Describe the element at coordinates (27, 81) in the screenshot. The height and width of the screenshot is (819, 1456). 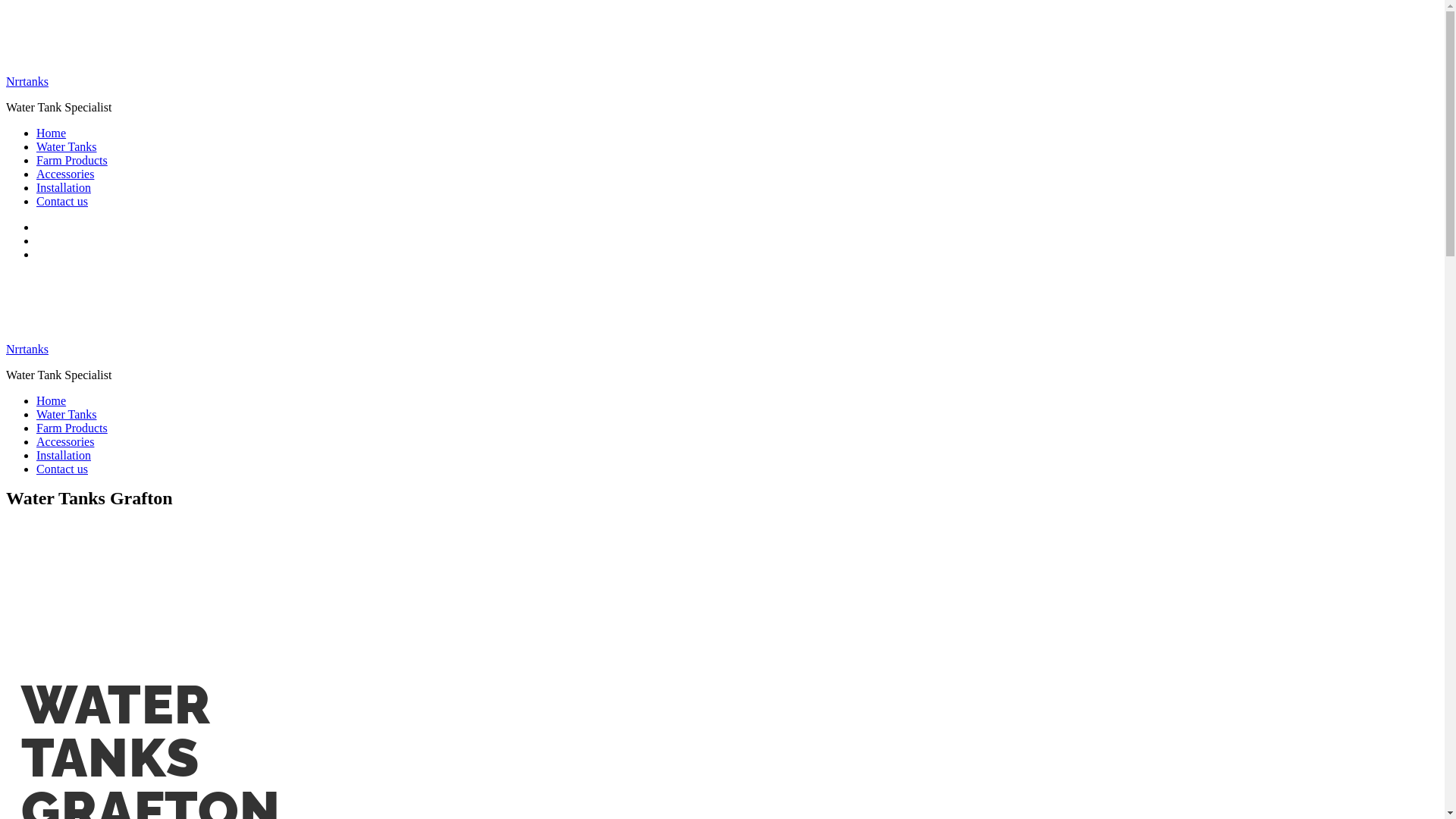
I see `'Nrrtanks'` at that location.